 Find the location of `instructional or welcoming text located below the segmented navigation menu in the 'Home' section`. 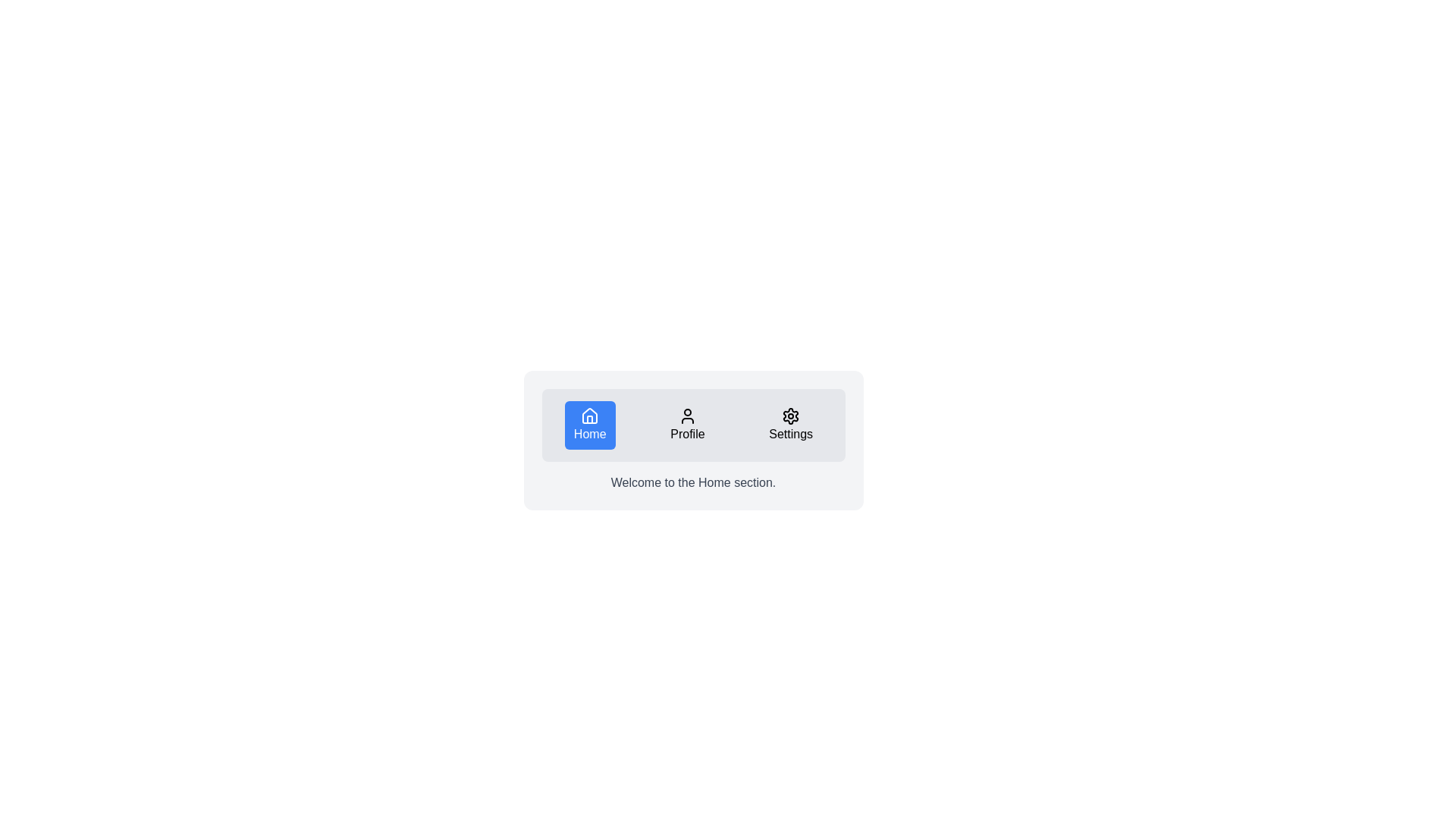

instructional or welcoming text located below the segmented navigation menu in the 'Home' section is located at coordinates (692, 482).